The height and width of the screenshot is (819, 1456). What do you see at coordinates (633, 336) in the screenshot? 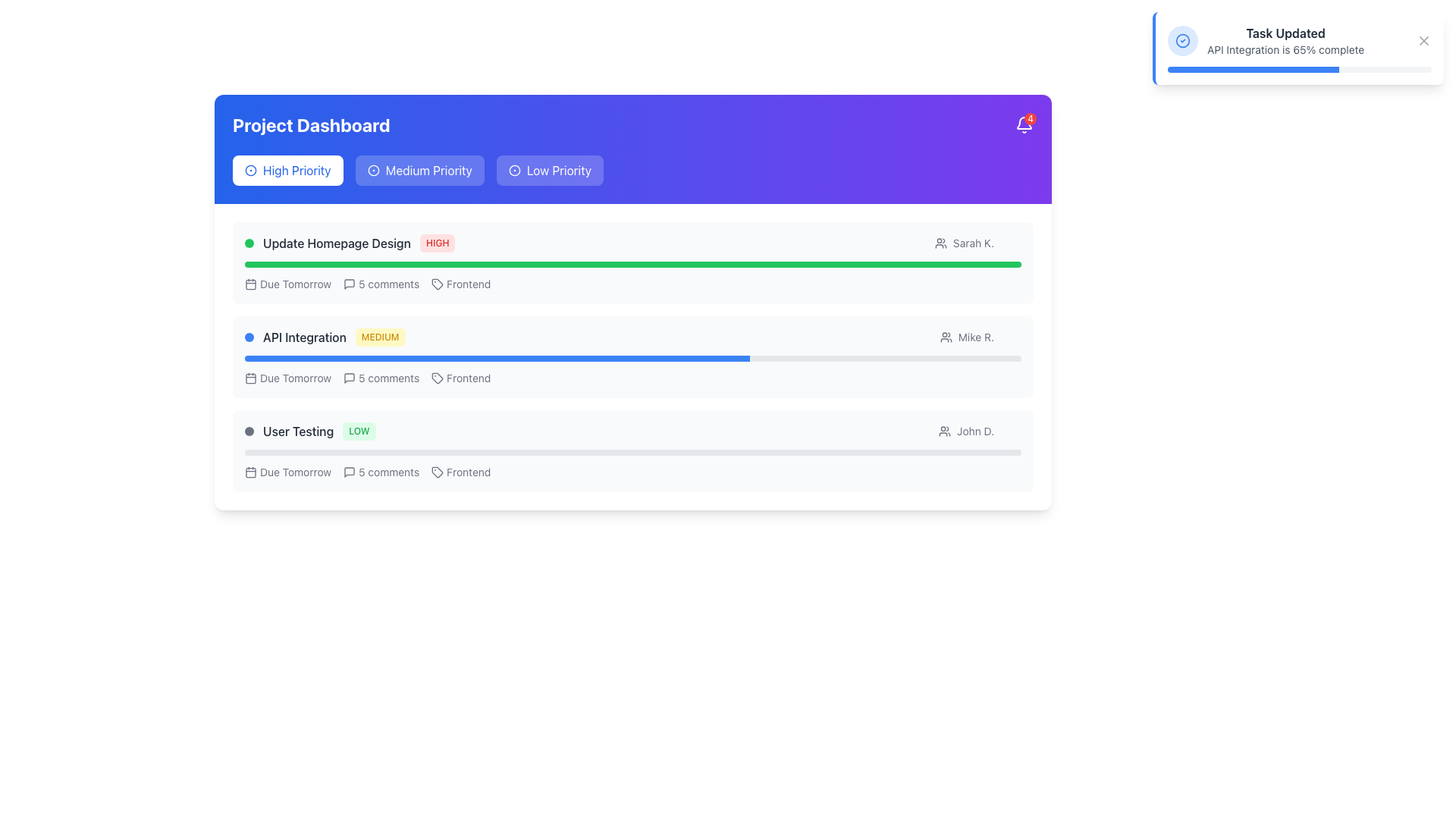
I see `the task entry element for 'API Integration' in the project management dashboard, which is the second row in the list of tasks` at bounding box center [633, 336].